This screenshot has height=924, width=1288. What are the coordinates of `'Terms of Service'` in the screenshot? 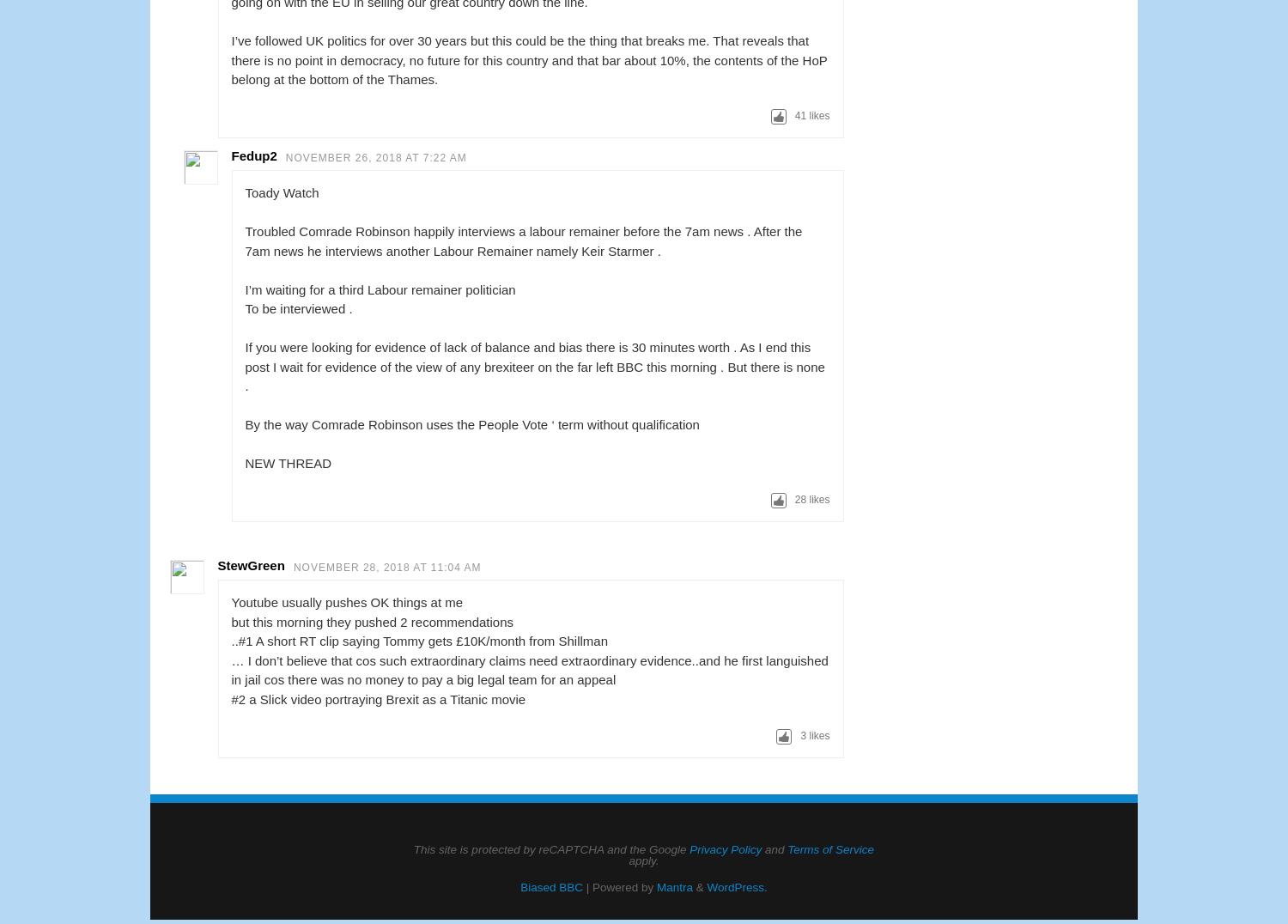 It's located at (787, 848).